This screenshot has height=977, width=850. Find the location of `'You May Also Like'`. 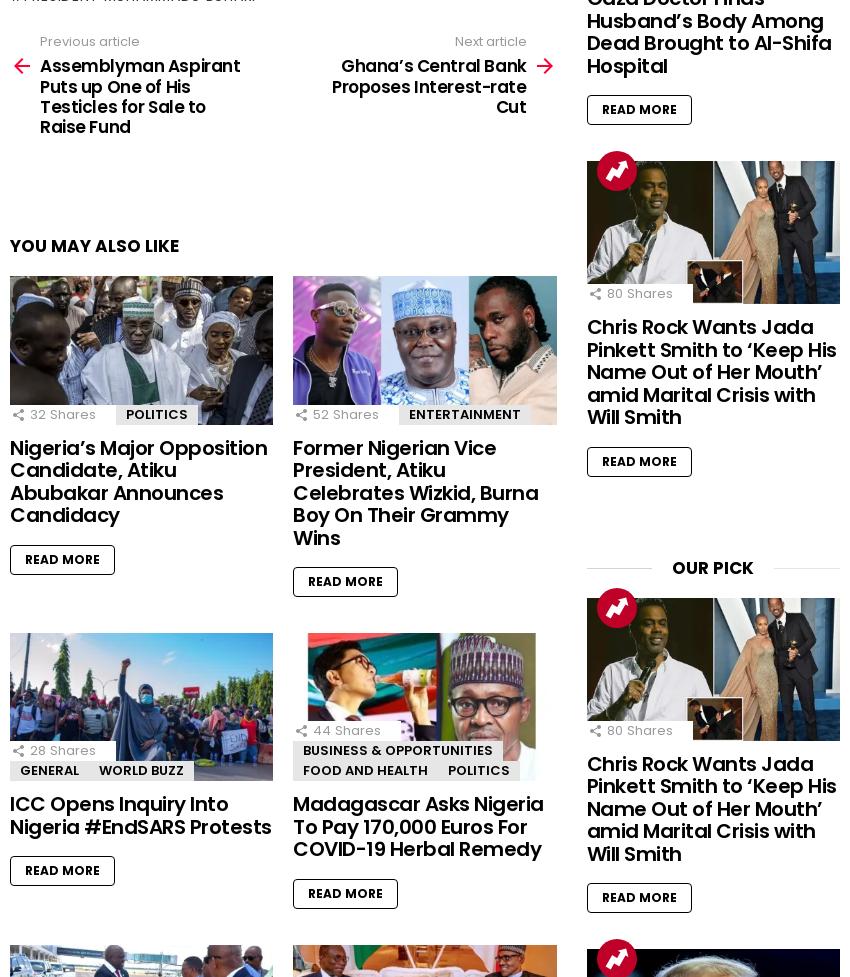

'You May Also Like' is located at coordinates (93, 244).